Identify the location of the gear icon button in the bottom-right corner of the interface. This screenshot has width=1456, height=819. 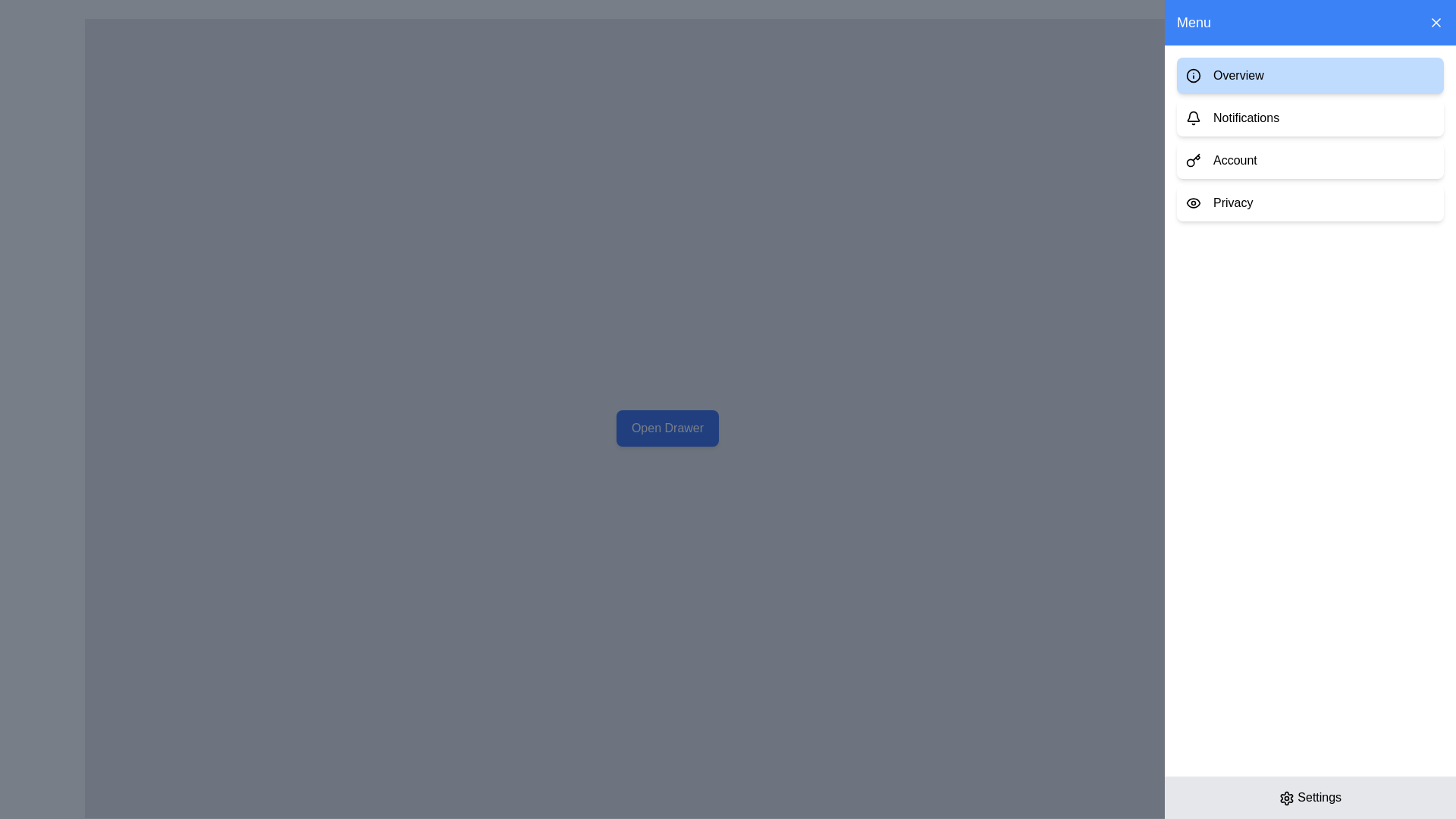
(1285, 797).